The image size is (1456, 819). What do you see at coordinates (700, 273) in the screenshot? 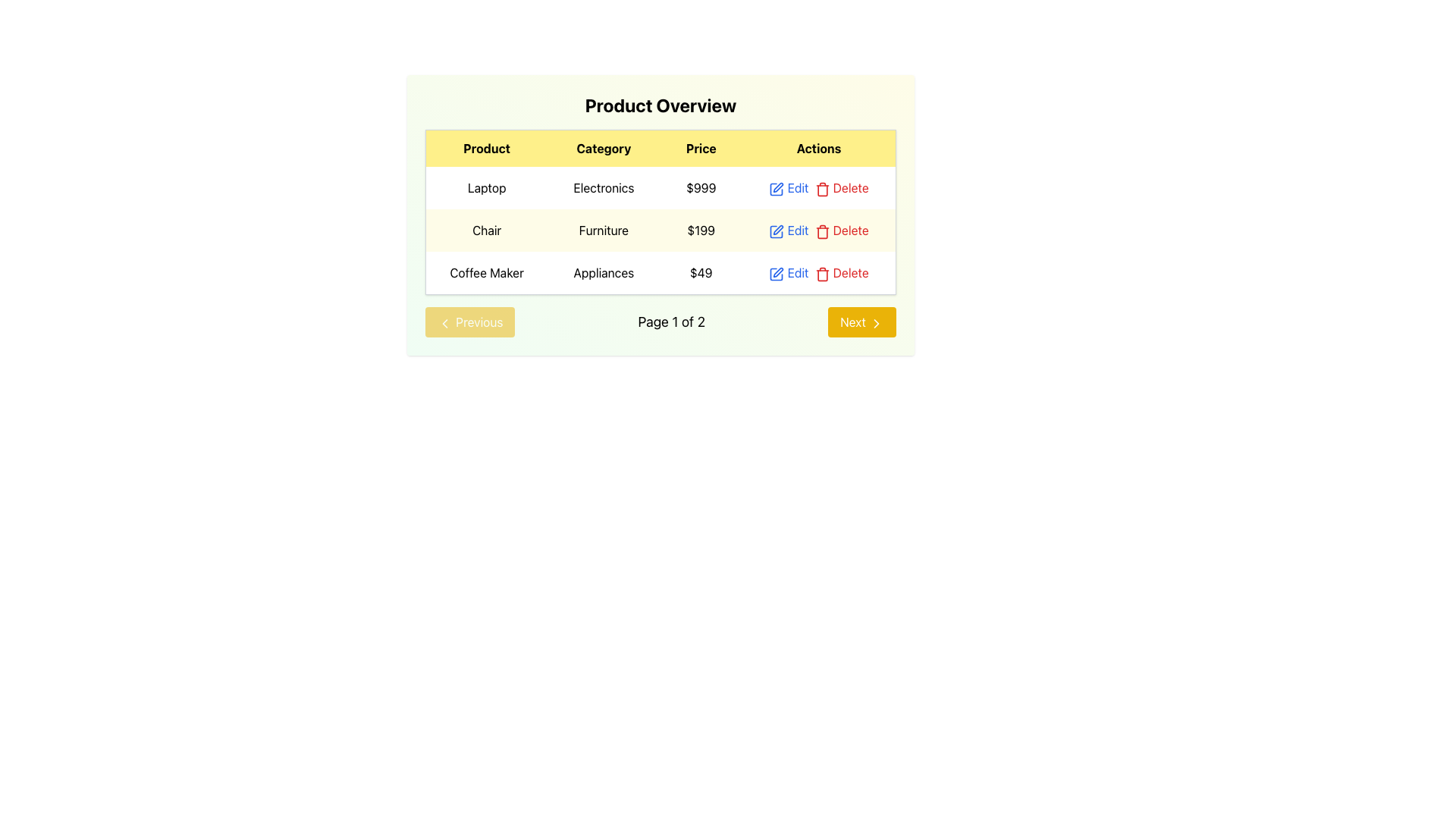
I see `the static text field displaying the price value '$49' located in the third row under the 'Price' column next to 'Appliances' category` at bounding box center [700, 273].